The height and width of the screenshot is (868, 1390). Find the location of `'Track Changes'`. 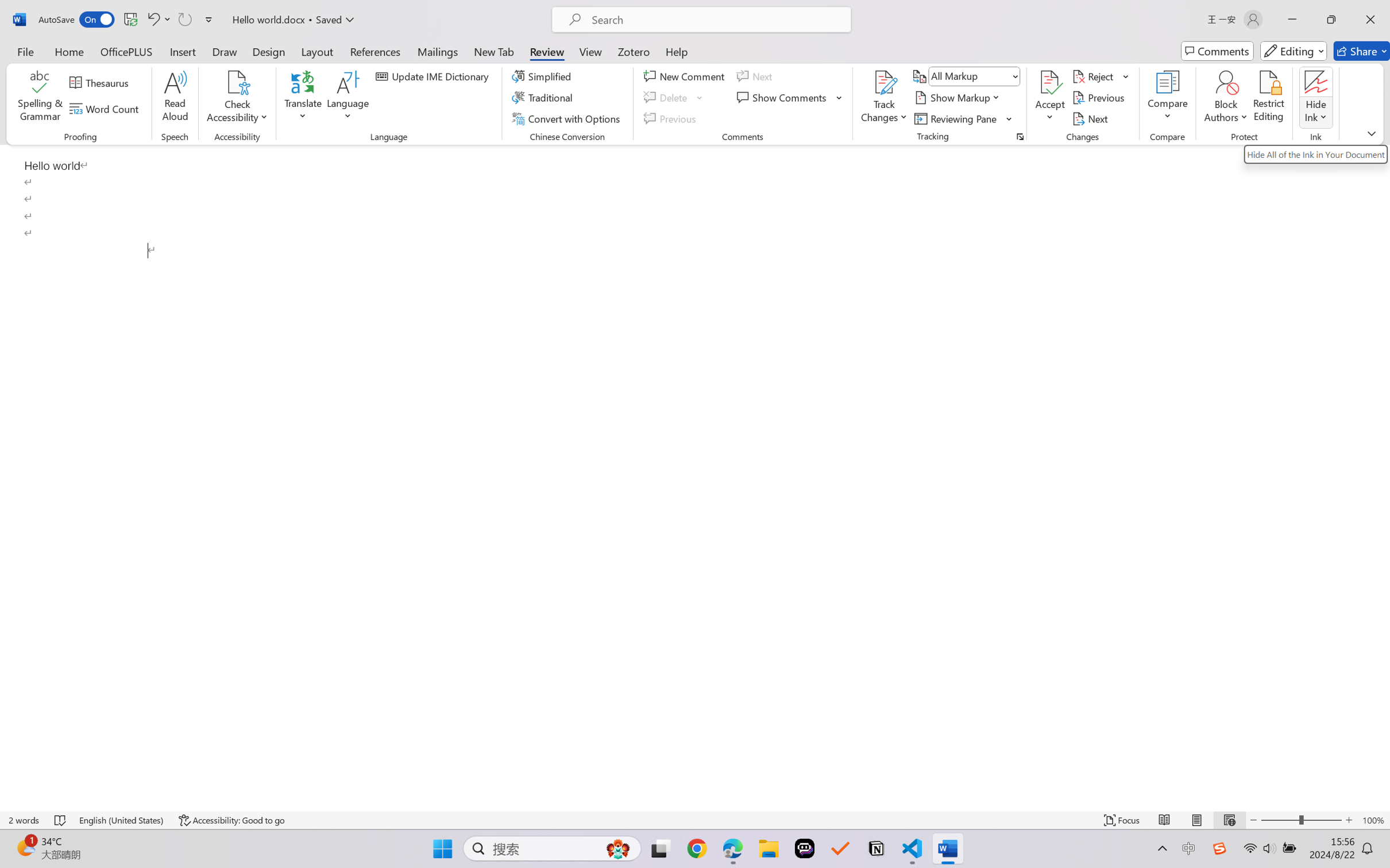

'Track Changes' is located at coordinates (883, 82).